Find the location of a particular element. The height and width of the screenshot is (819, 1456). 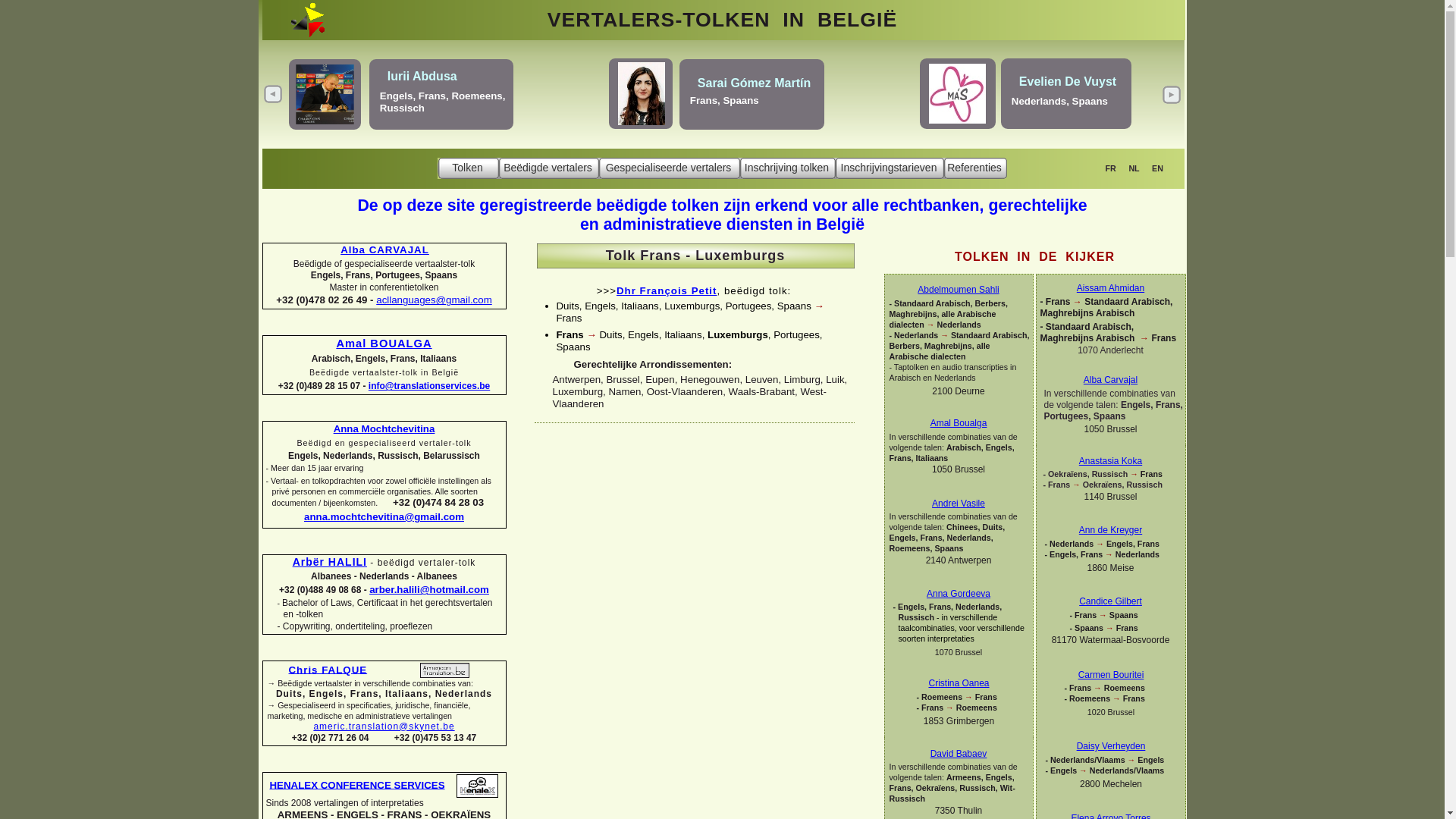

'info@translationservices.be' is located at coordinates (428, 385).